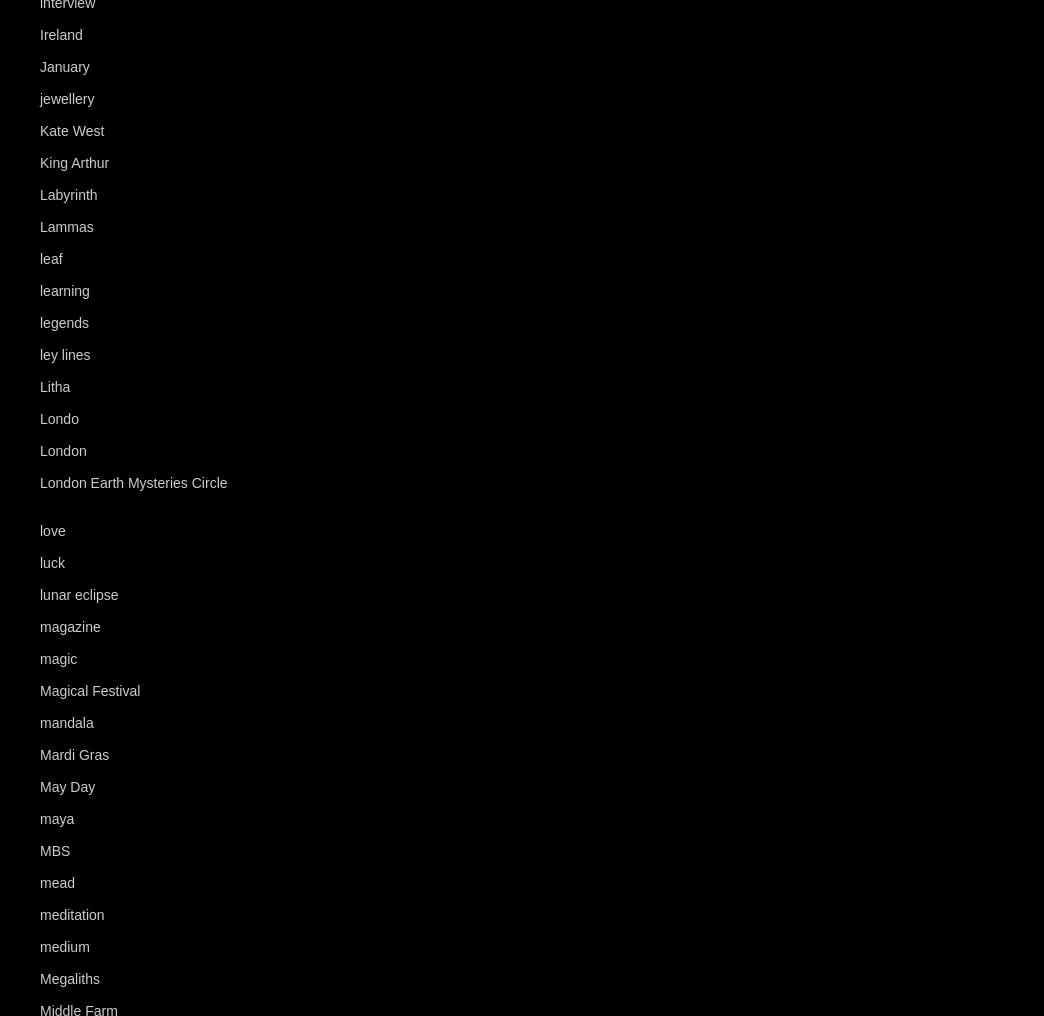  I want to click on 'King Arthur', so click(74, 161).